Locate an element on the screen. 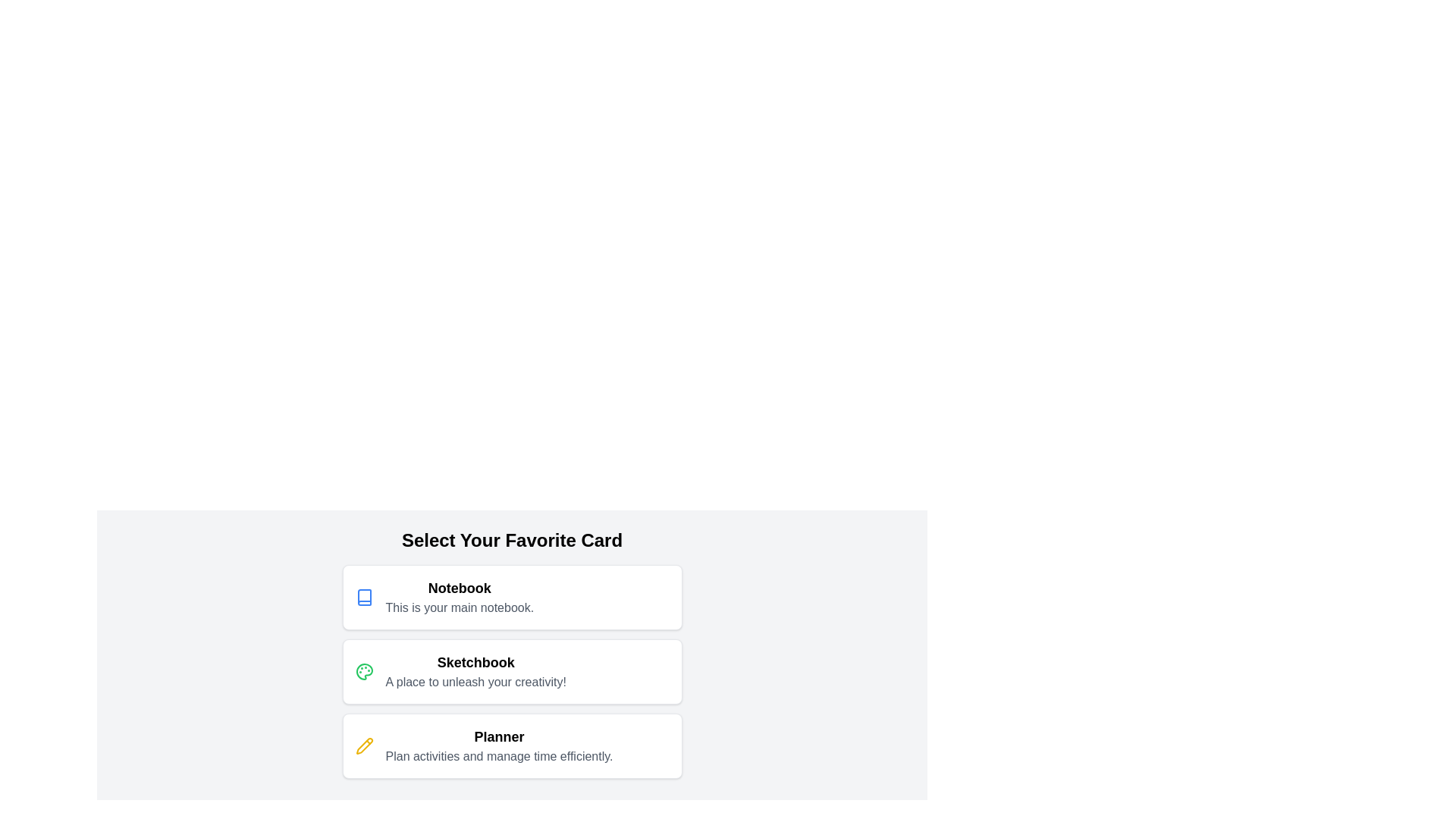  the 'Notebook' icon located on the left side of the first card in the list by moving the cursor to its center point is located at coordinates (364, 596).